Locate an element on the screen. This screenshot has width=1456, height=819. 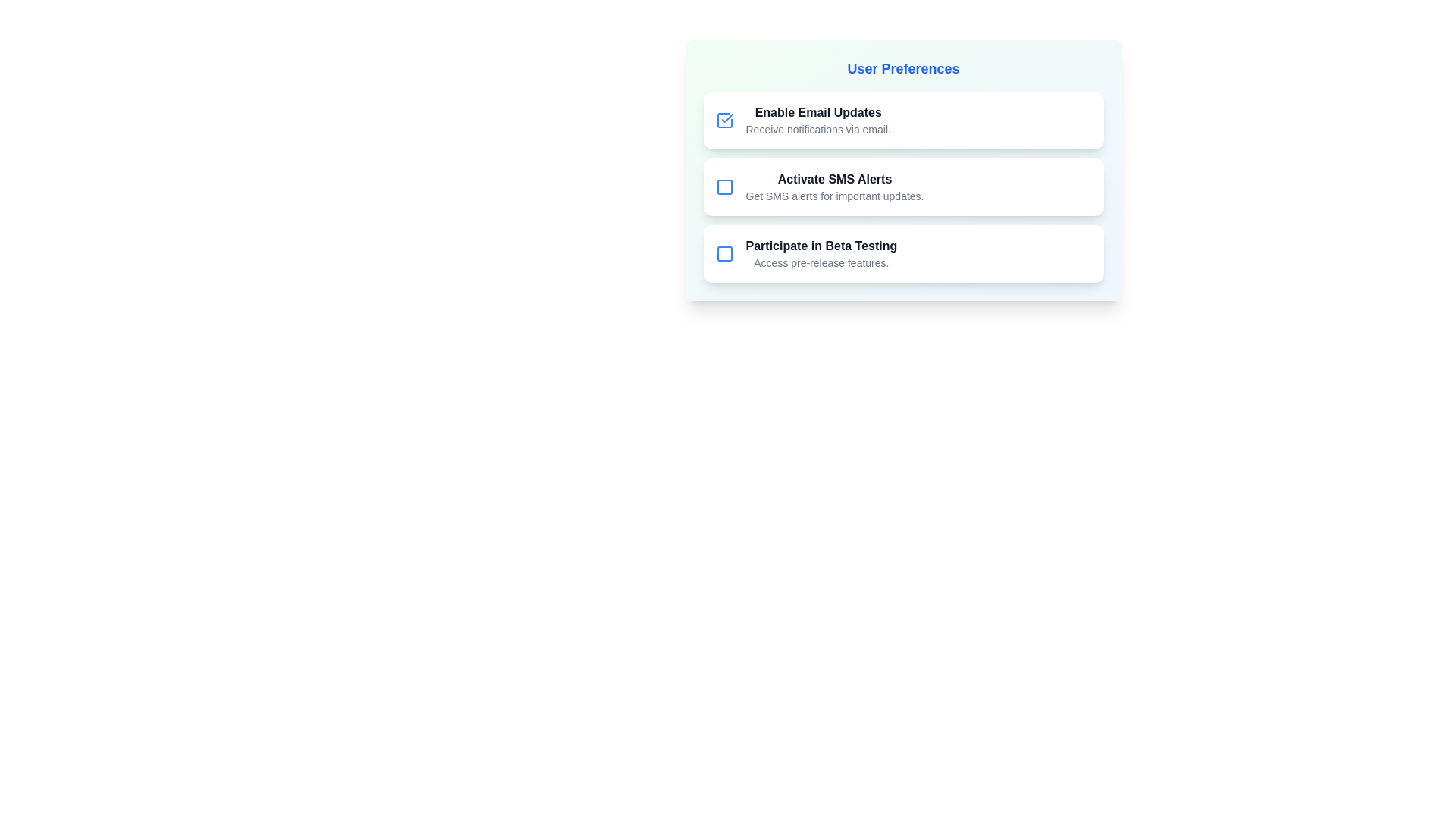
the text description that says 'Get SMS alerts for important updates.', which is located directly below 'Activate SMS Alerts' in the user preferences list is located at coordinates (833, 195).